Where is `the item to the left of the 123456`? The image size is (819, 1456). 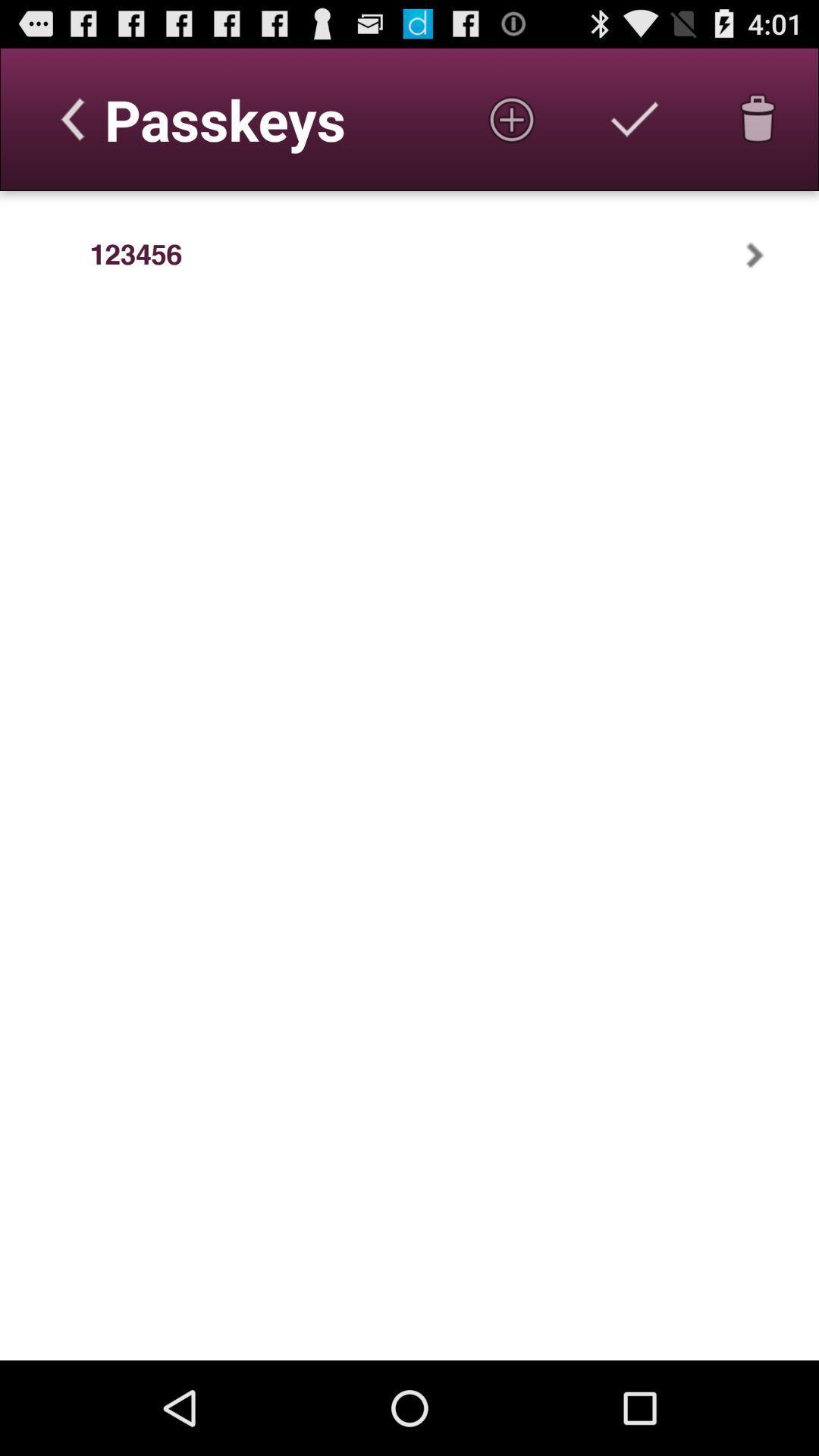
the item to the left of the 123456 is located at coordinates (44, 255).